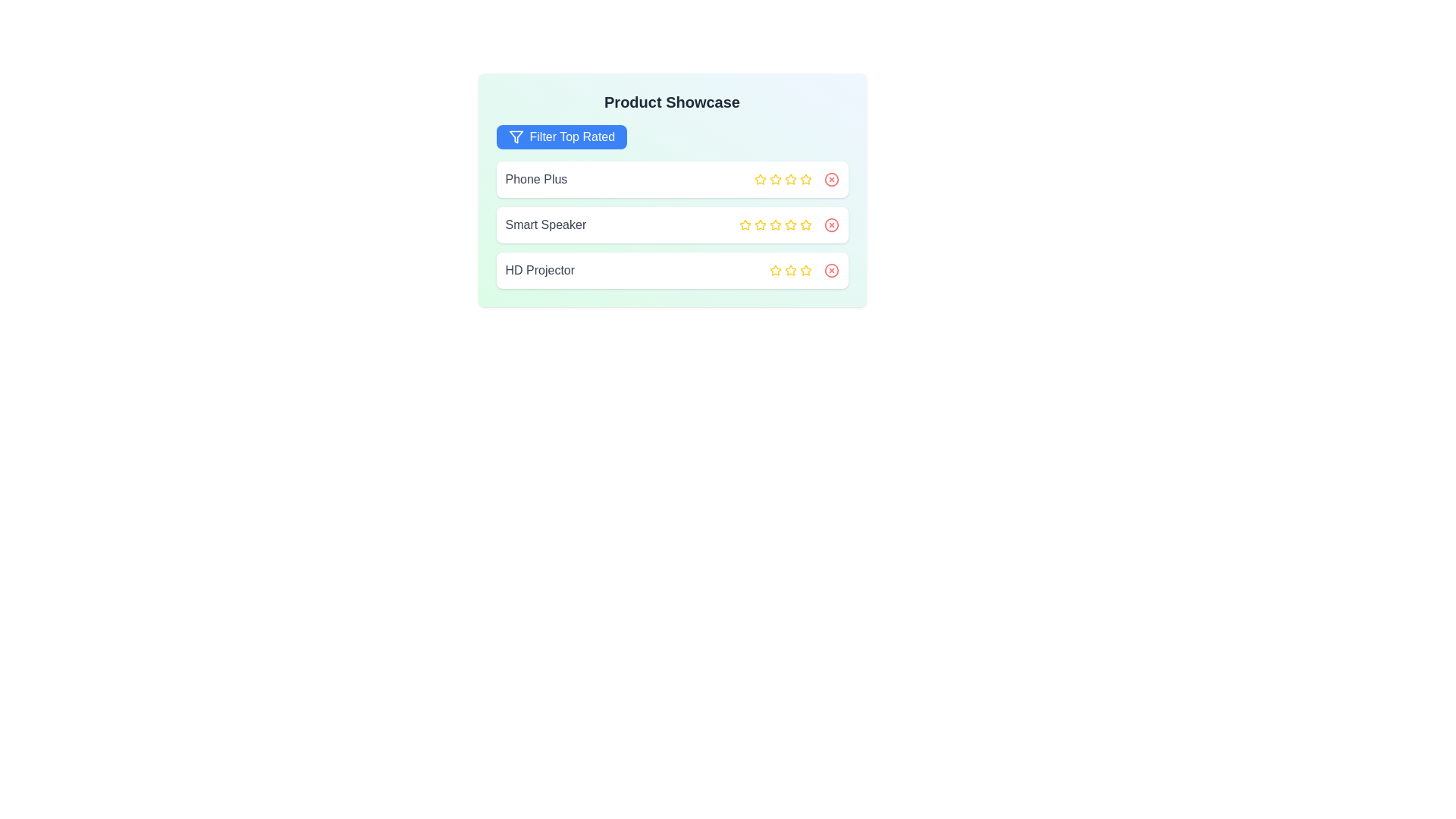 The height and width of the screenshot is (819, 1456). I want to click on close icon next to the product HD Projector to remove it, so click(830, 270).